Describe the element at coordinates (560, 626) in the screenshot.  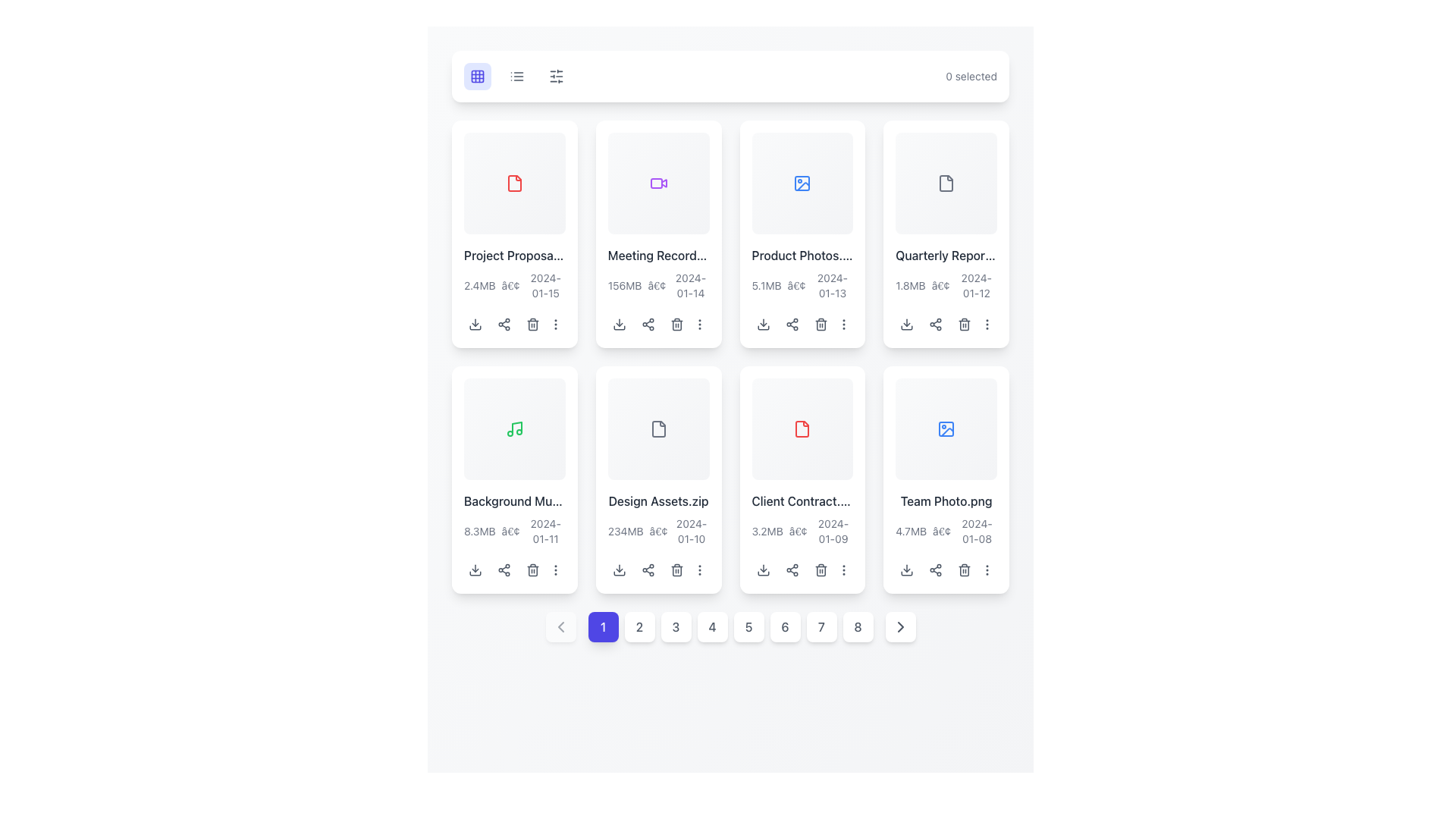
I see `the small rectangular button with a white background and a gray left-pointing chevron icon, located to the left of the pagination bar` at that location.